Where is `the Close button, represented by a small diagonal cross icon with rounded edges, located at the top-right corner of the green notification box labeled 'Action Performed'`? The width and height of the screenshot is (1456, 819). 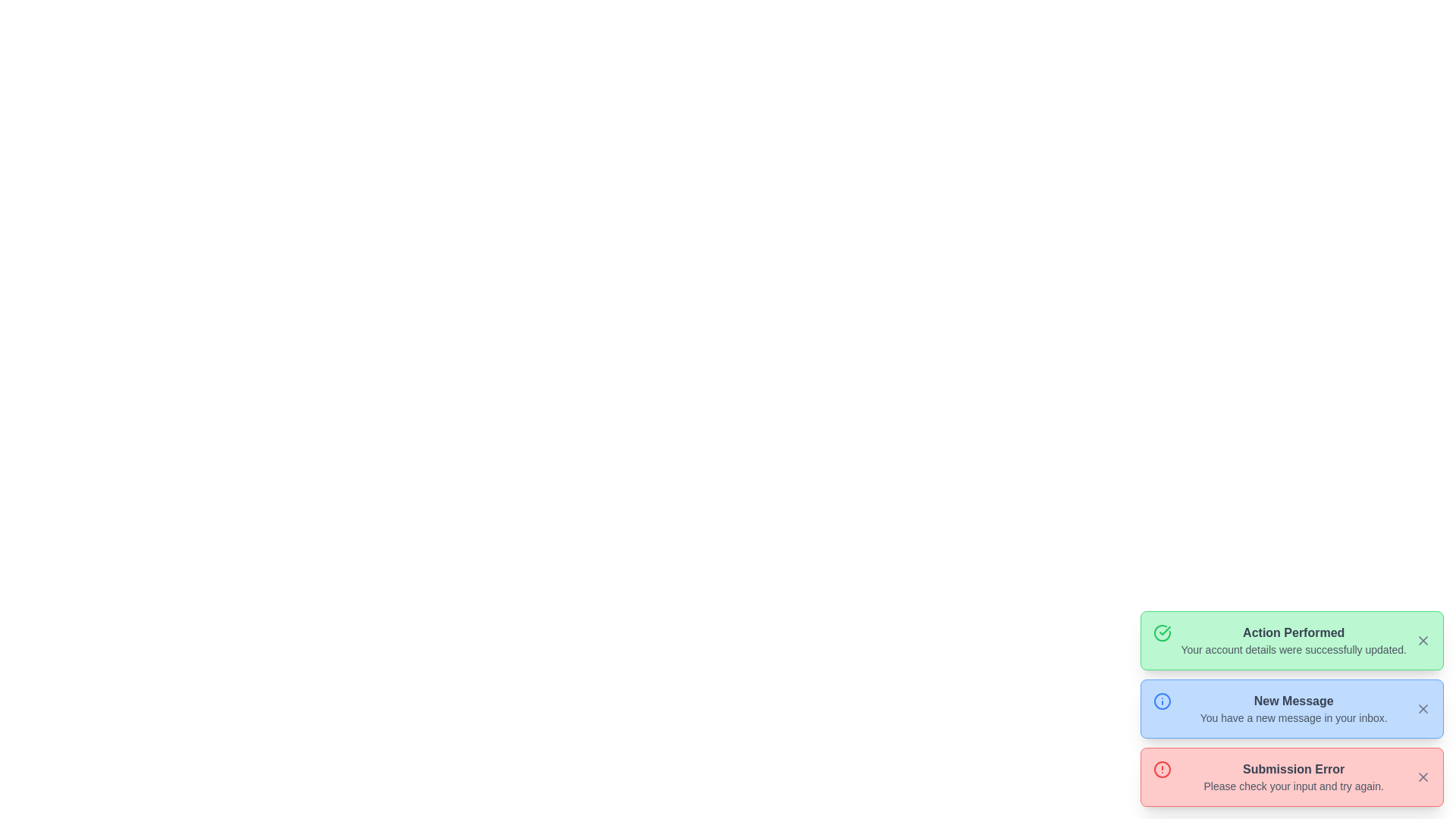 the Close button, represented by a small diagonal cross icon with rounded edges, located at the top-right corner of the green notification box labeled 'Action Performed' is located at coordinates (1422, 640).